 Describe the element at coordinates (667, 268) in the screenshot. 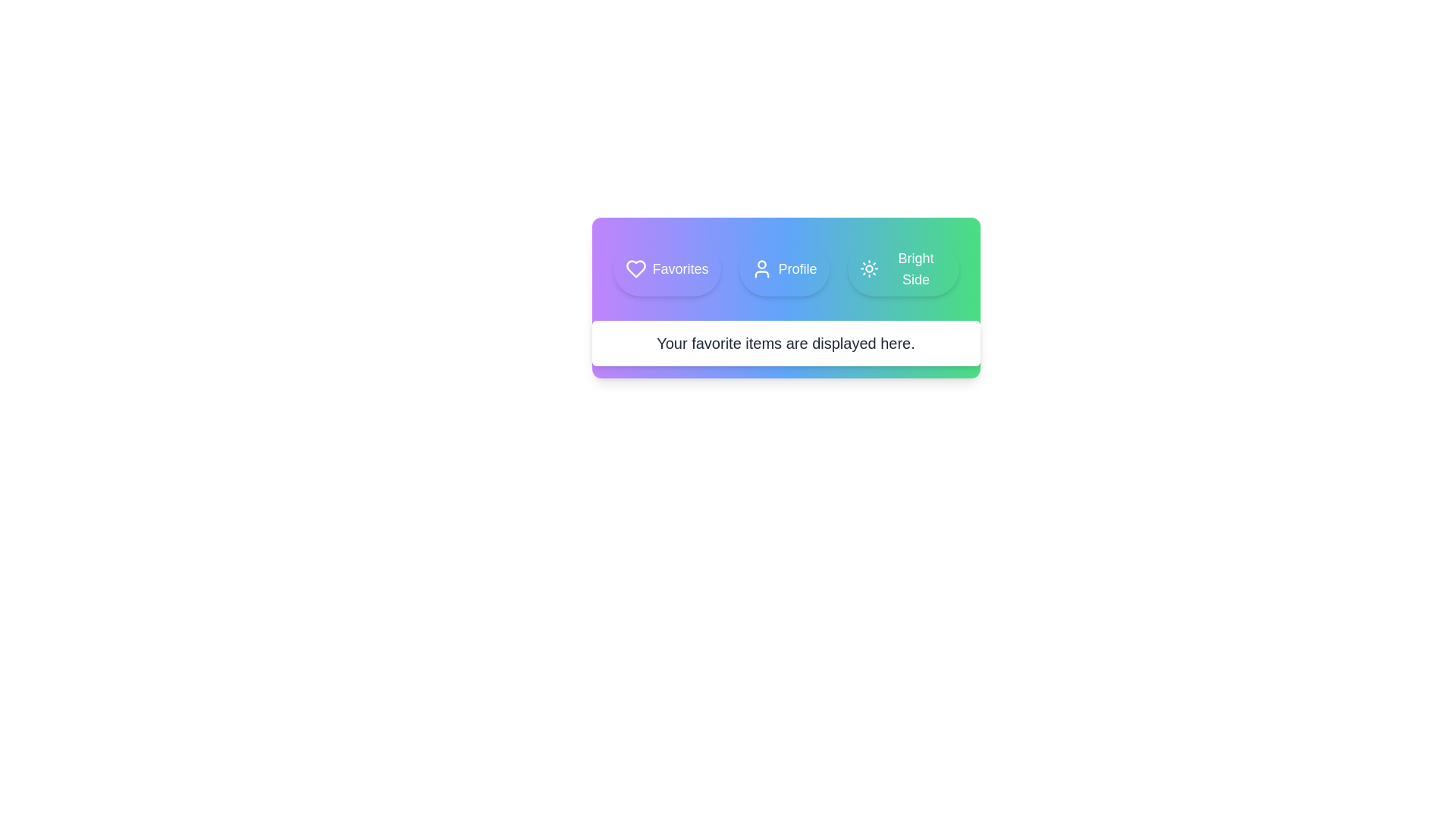

I see `the Favorites tab to observe its hover effect` at that location.